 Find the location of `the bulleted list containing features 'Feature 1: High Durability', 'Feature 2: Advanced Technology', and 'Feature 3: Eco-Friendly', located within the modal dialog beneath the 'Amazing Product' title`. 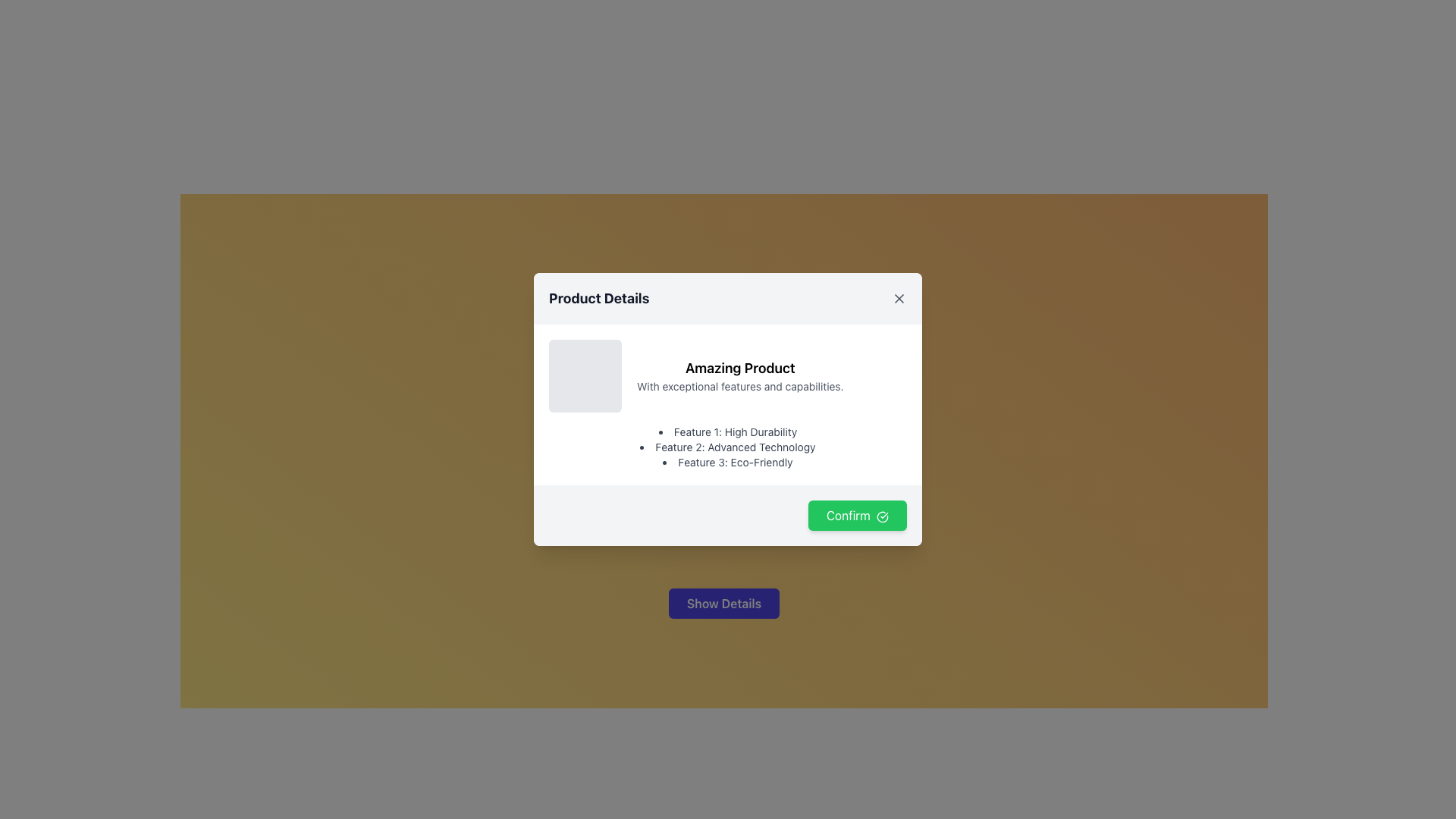

the bulleted list containing features 'Feature 1: High Durability', 'Feature 2: Advanced Technology', and 'Feature 3: Eco-Friendly', located within the modal dialog beneath the 'Amazing Product' title is located at coordinates (728, 447).